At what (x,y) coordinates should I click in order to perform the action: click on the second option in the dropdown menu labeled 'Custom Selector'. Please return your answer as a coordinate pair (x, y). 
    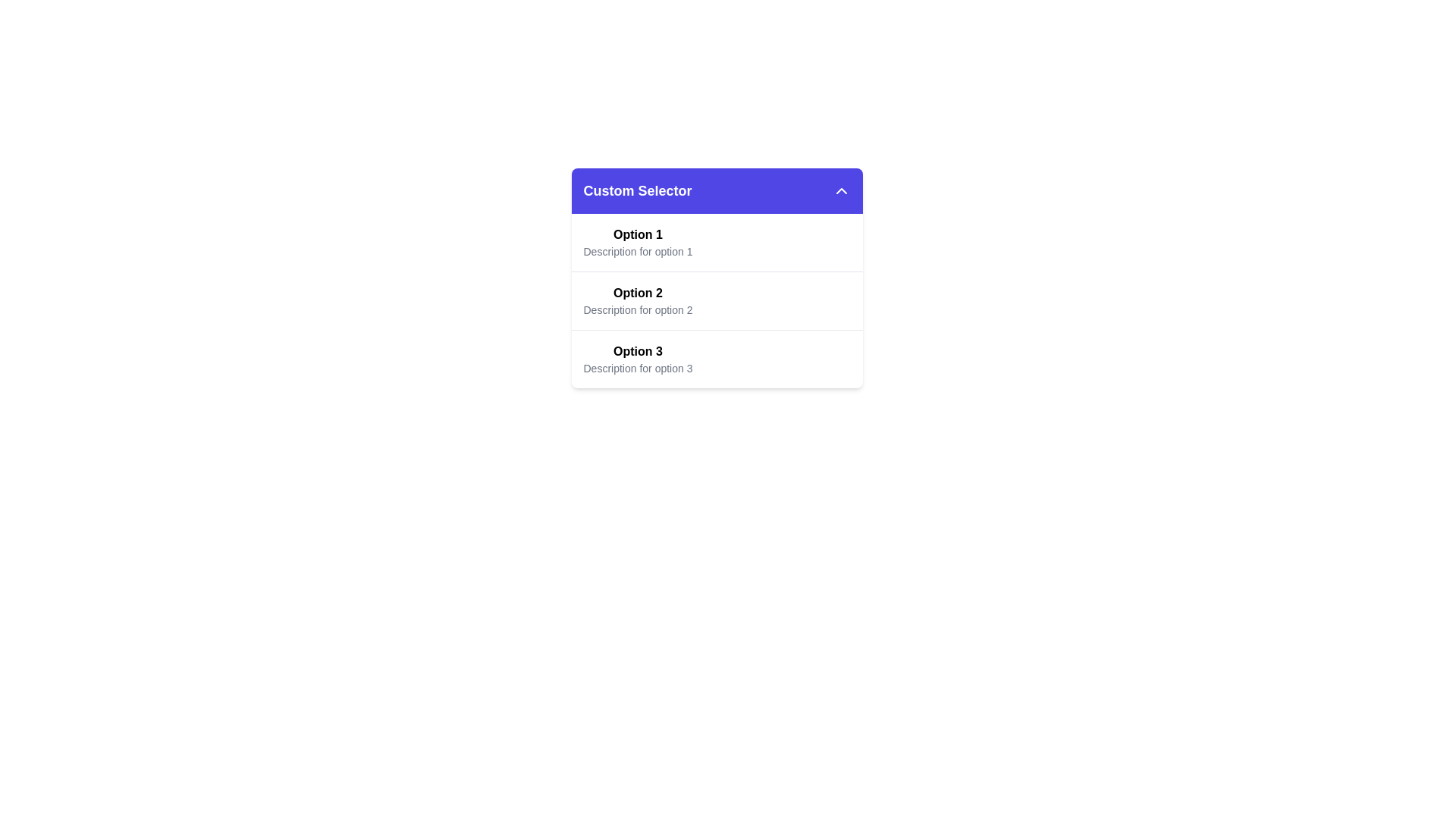
    Looking at the image, I should click on (716, 278).